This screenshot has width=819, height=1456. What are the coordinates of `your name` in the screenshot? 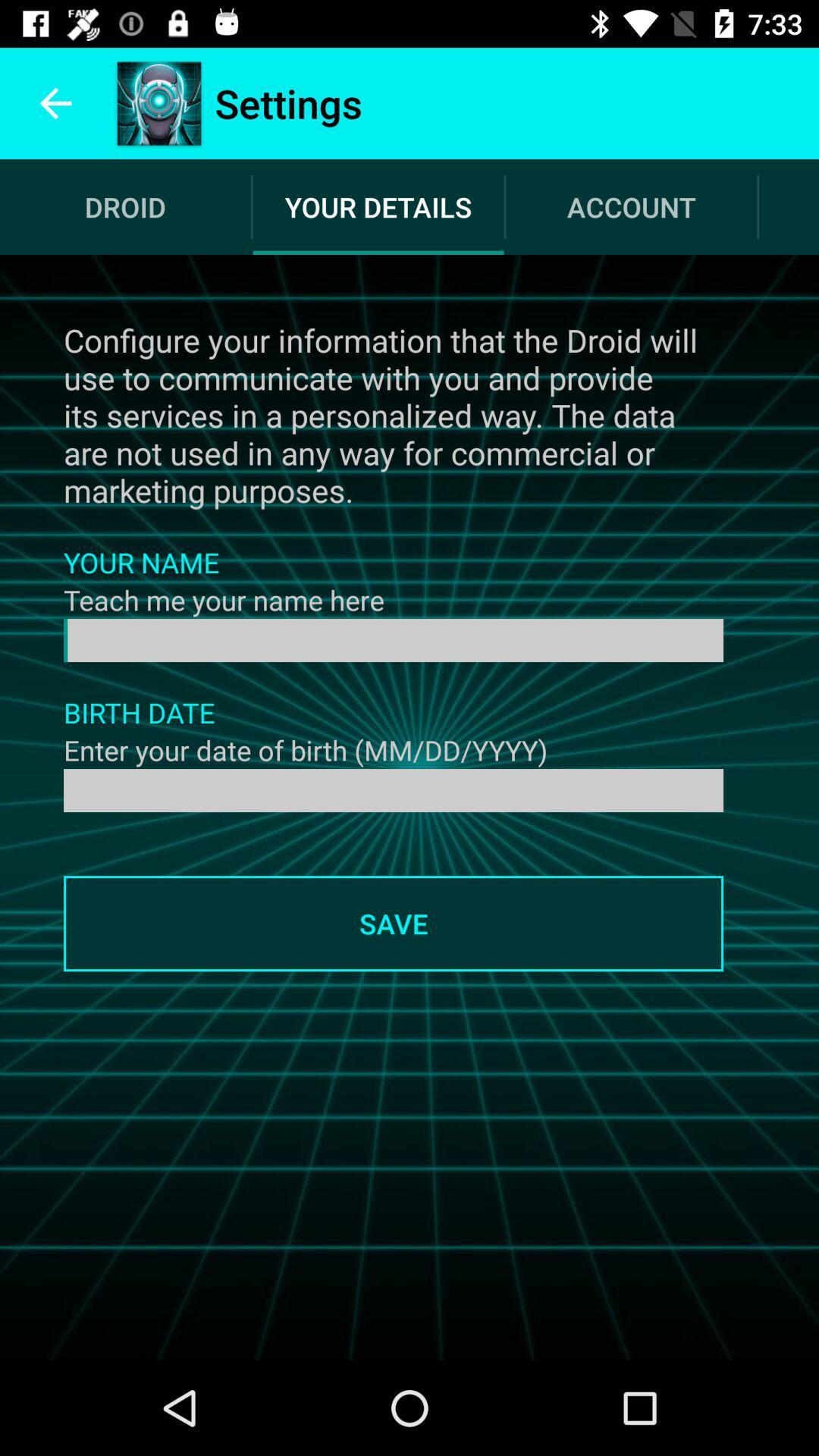 It's located at (393, 640).